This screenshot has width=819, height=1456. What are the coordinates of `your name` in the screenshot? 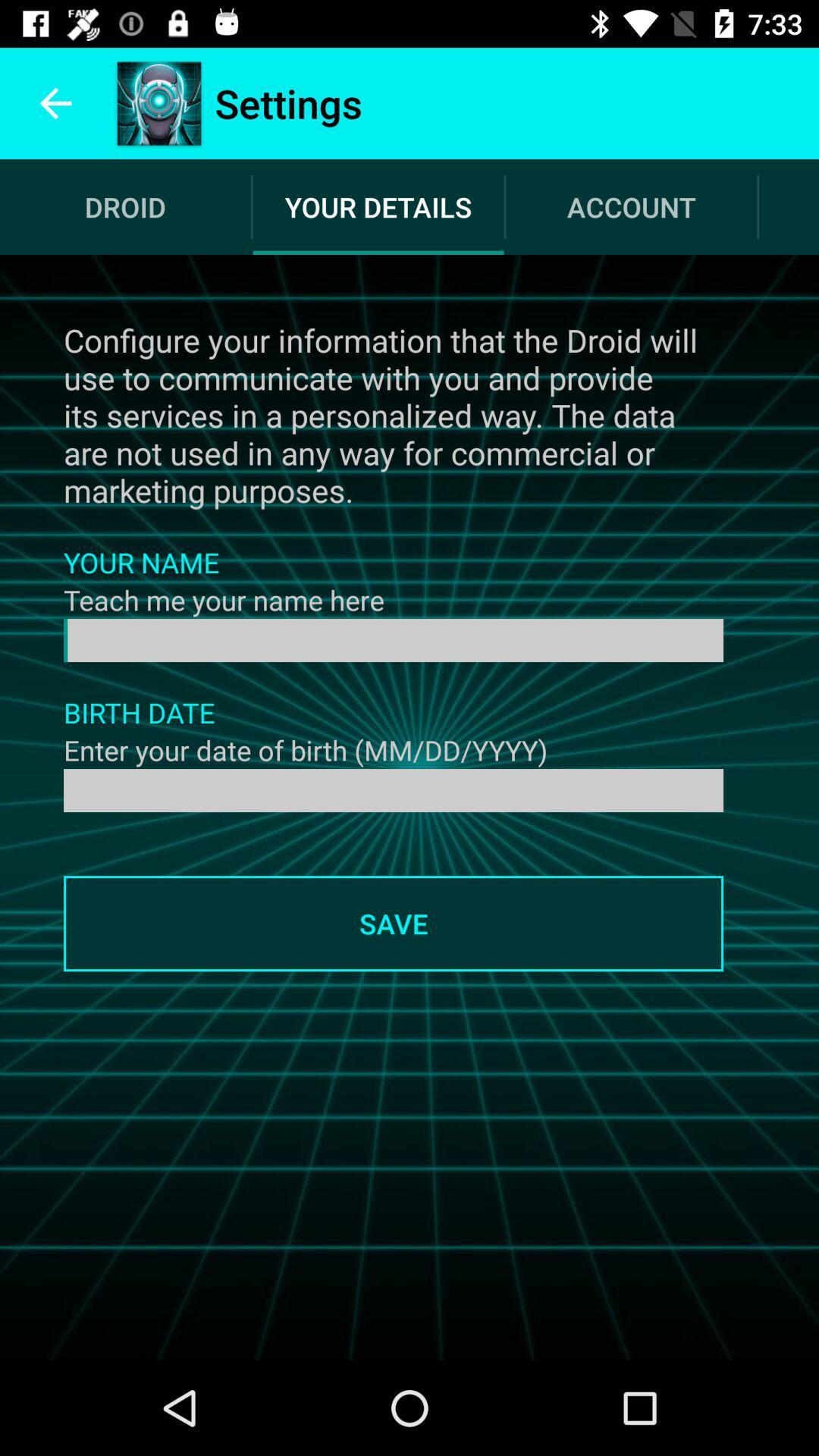 It's located at (393, 640).